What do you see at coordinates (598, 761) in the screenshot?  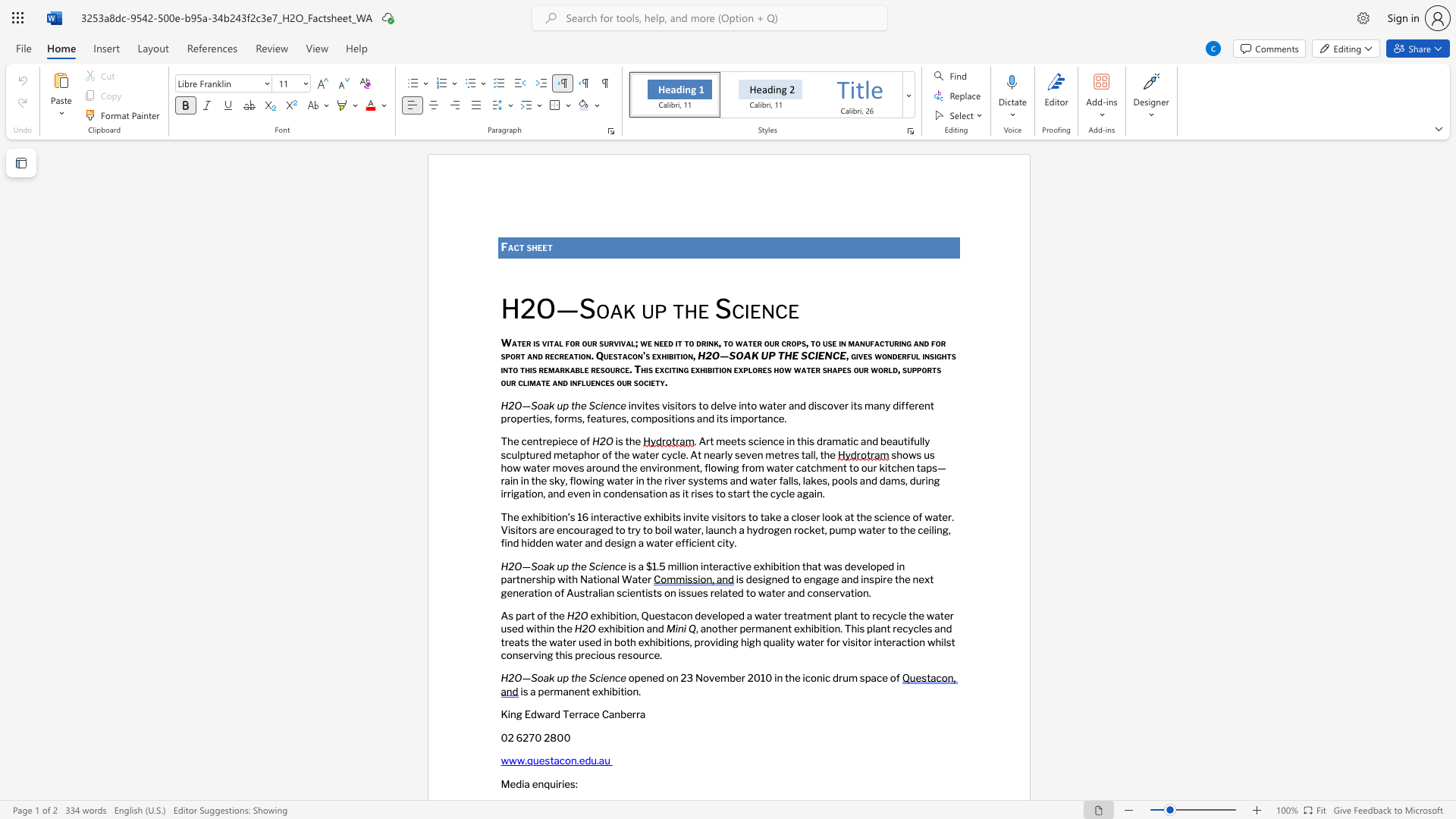 I see `the subset text "au" within the text "www.questacon.edu.au"` at bounding box center [598, 761].